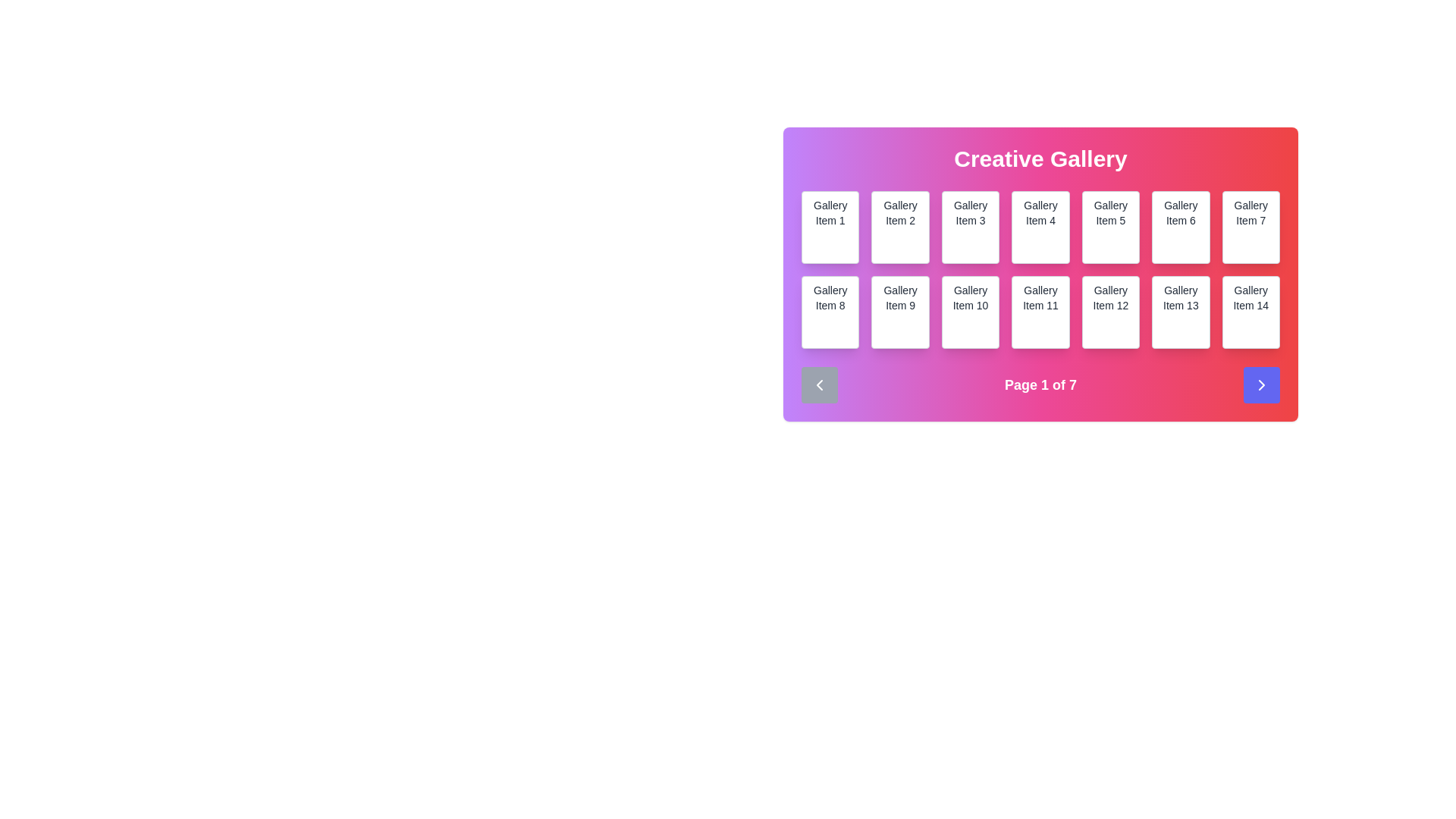 This screenshot has width=1456, height=819. I want to click on the center text of the eleventh card in the gallery, so click(1040, 312).